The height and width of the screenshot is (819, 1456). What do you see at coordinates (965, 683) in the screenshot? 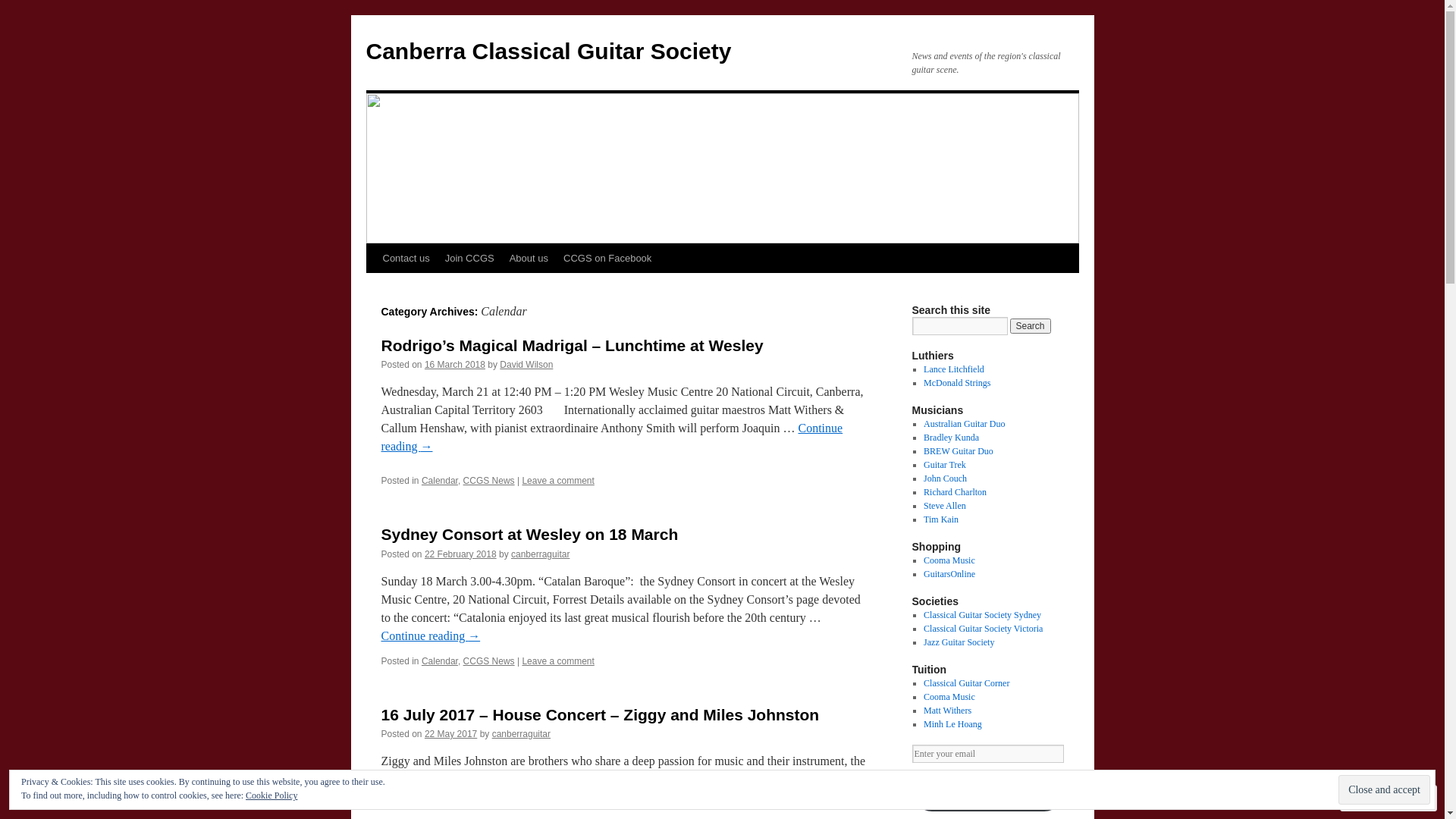
I see `'Classical Guitar Corner'` at bounding box center [965, 683].